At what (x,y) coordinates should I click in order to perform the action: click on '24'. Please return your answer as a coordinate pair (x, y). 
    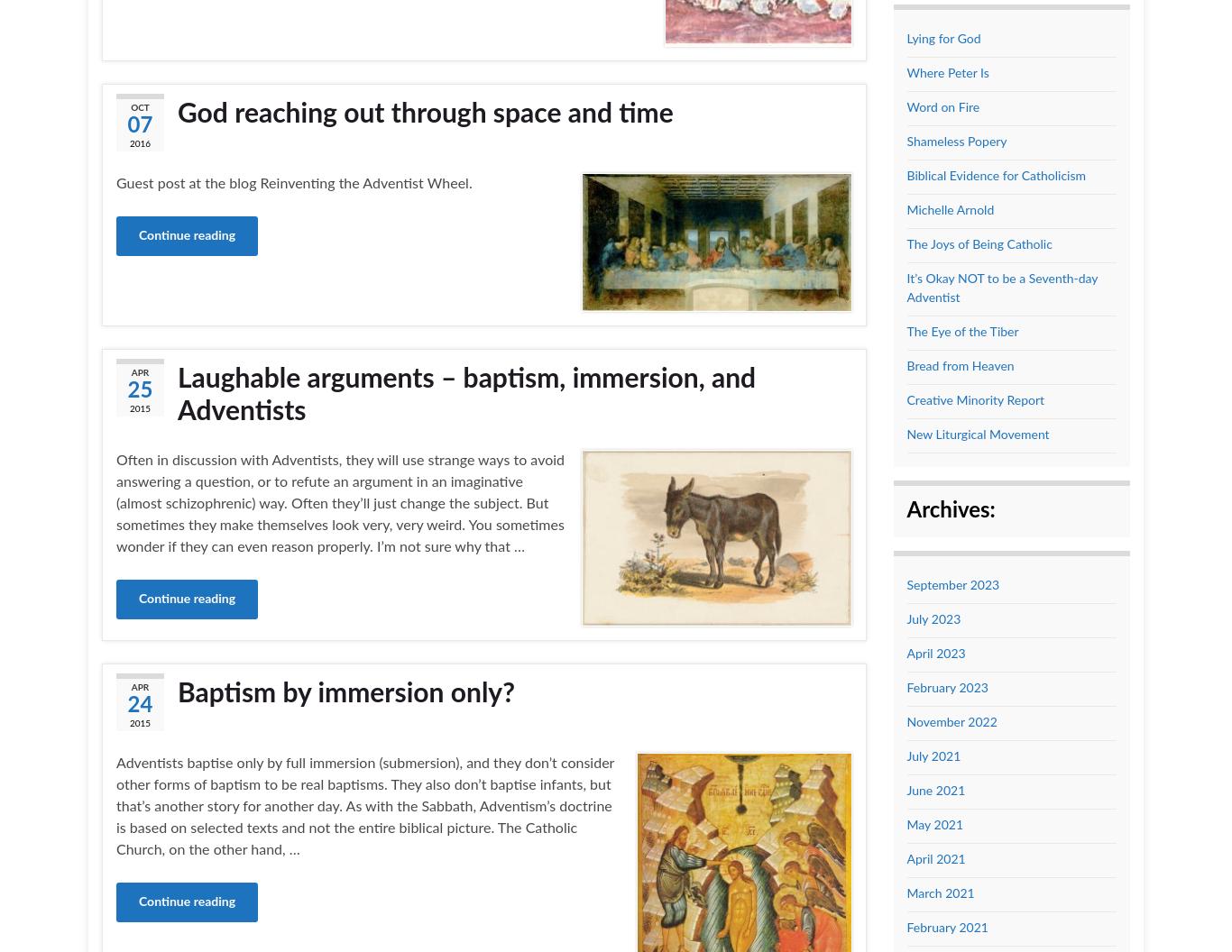
    Looking at the image, I should click on (125, 703).